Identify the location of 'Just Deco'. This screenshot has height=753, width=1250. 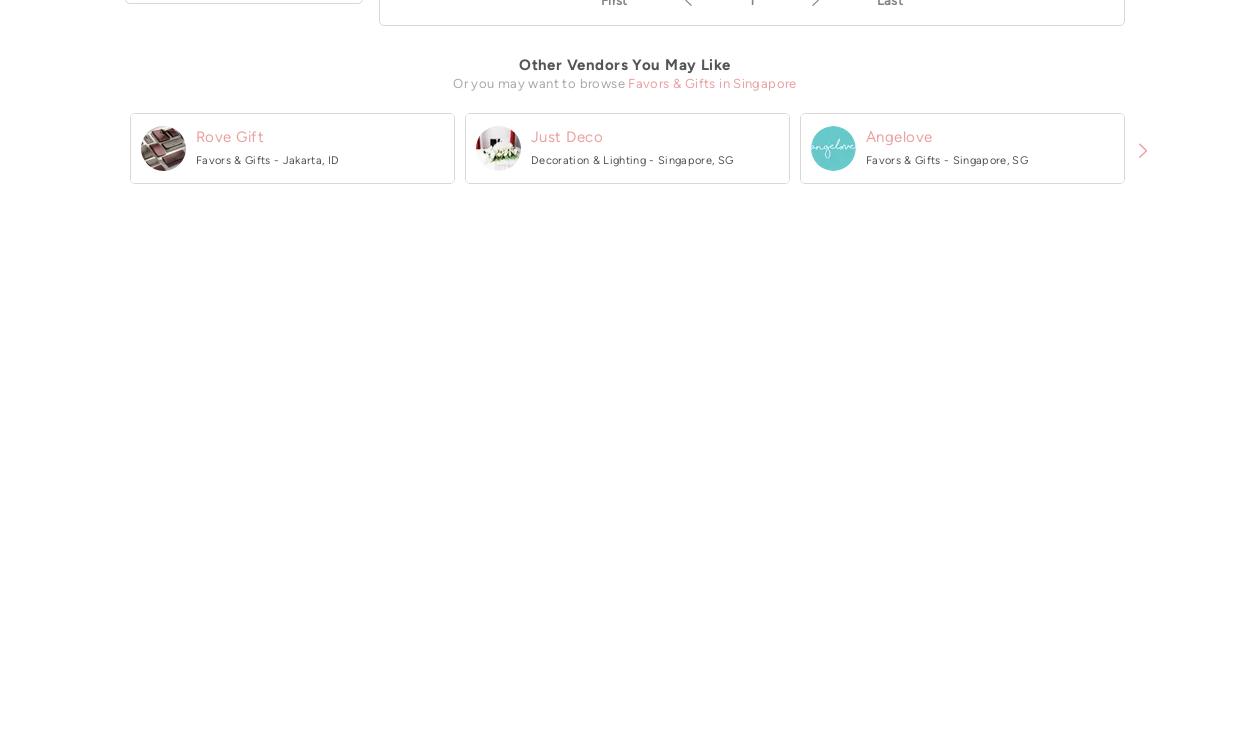
(566, 135).